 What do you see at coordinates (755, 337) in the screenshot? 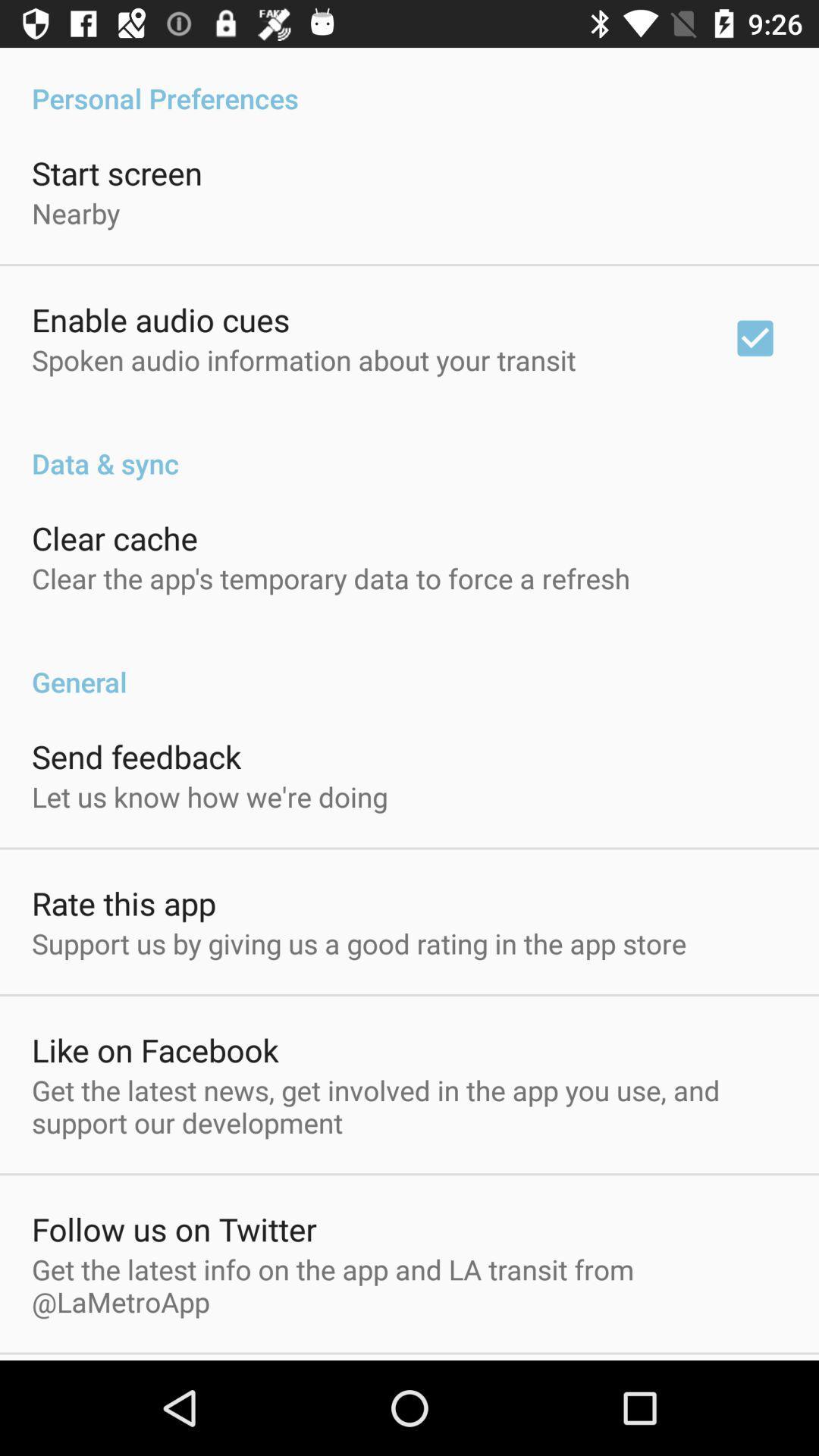
I see `the item below the personal preferences` at bounding box center [755, 337].